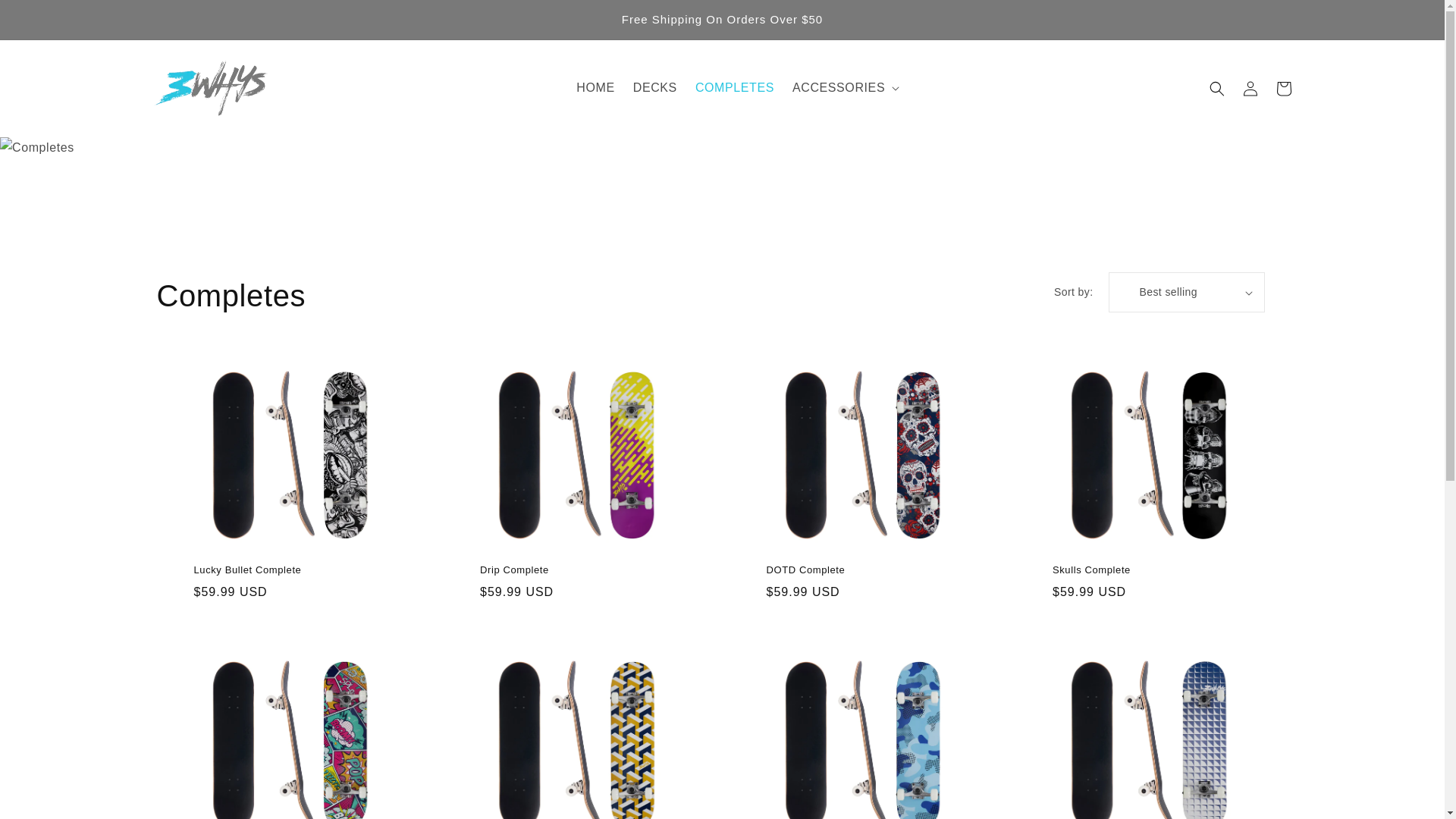 This screenshot has width=1456, height=819. I want to click on 'Drip Complete', so click(570, 570).